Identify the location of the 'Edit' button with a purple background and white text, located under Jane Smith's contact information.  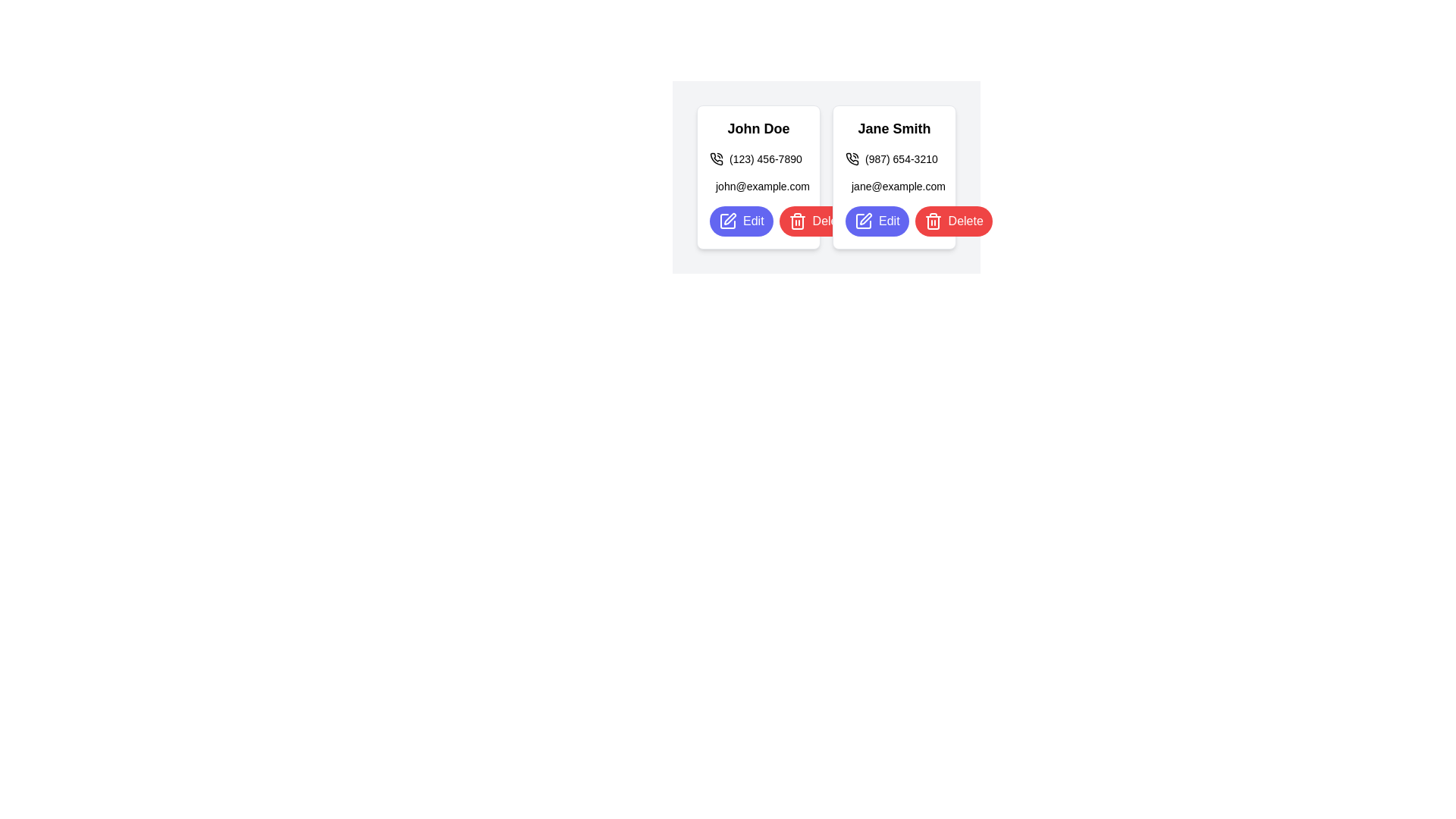
(877, 221).